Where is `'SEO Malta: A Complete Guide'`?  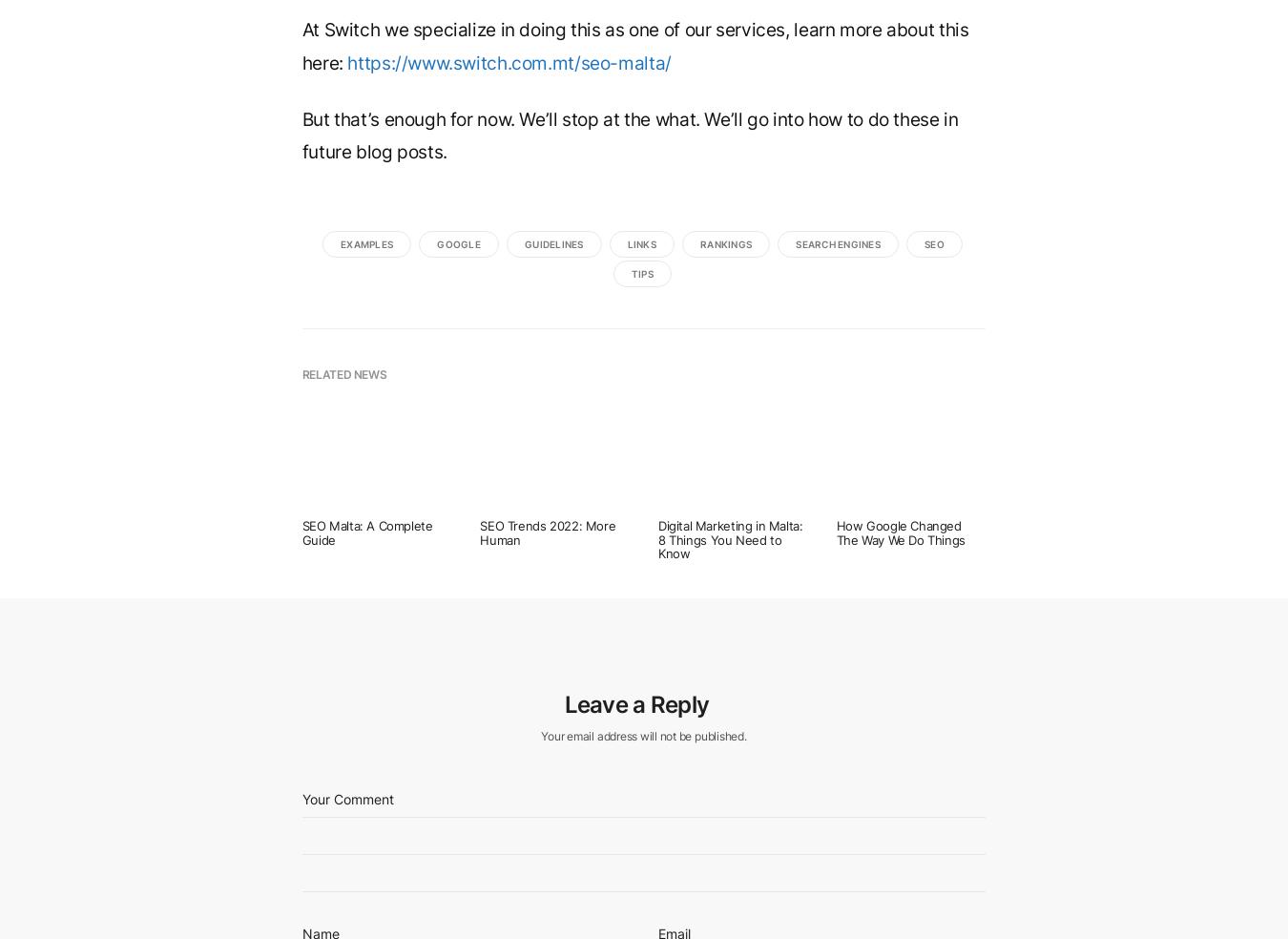 'SEO Malta: A Complete Guide' is located at coordinates (366, 532).